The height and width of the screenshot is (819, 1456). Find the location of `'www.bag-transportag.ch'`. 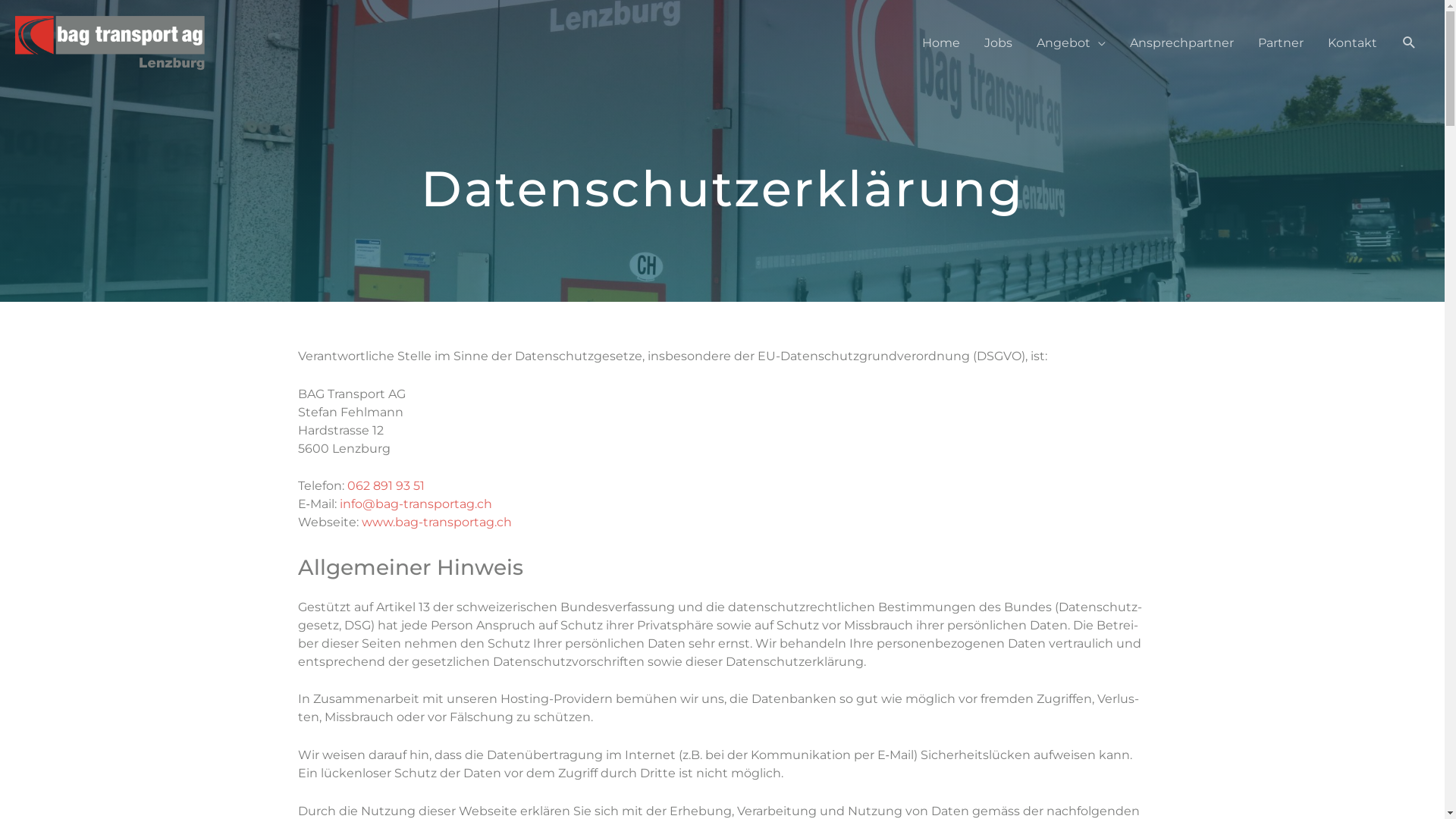

'www.bag-transportag.ch' is located at coordinates (435, 521).